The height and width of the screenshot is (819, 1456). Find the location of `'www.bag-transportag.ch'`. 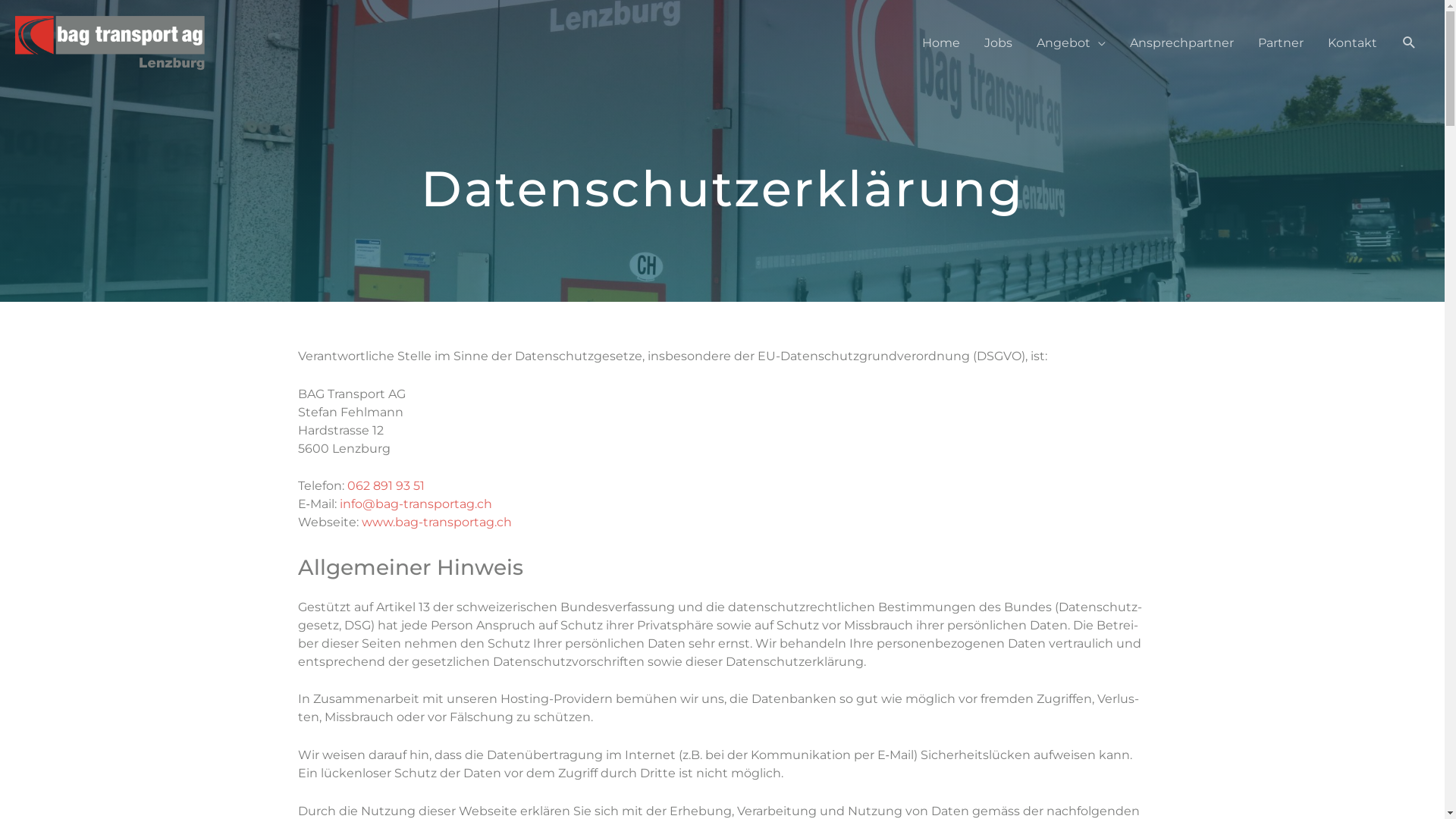

'www.bag-transportag.ch' is located at coordinates (435, 521).